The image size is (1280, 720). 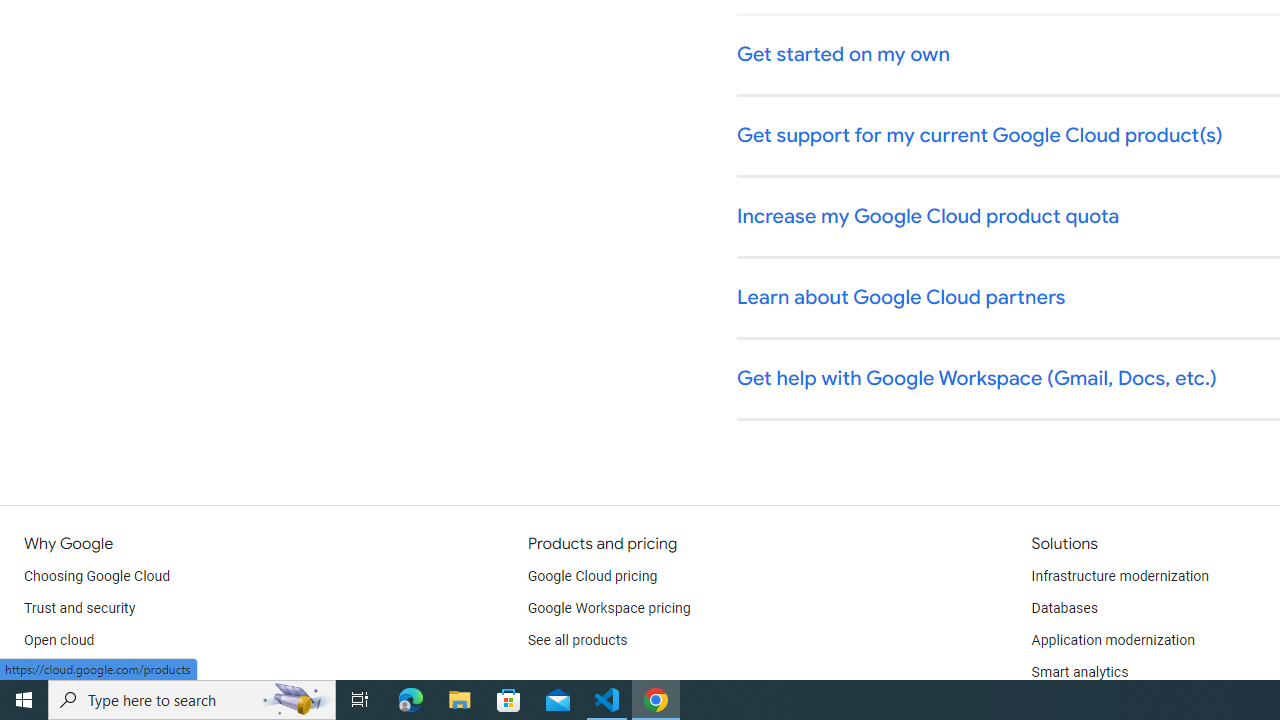 I want to click on 'Application modernization', so click(x=1111, y=640).